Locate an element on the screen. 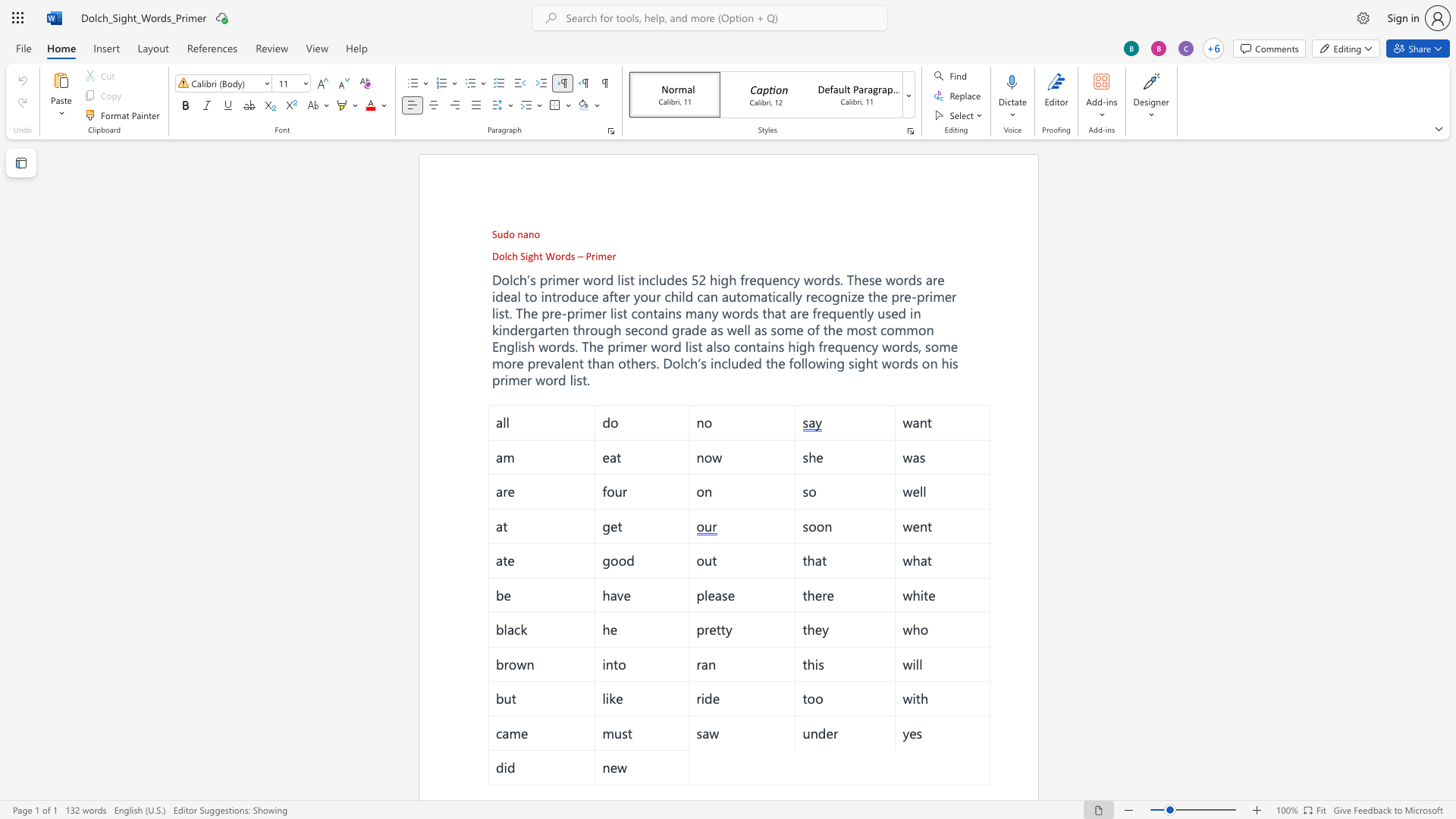  the 5th character "s" in the text is located at coordinates (871, 280).